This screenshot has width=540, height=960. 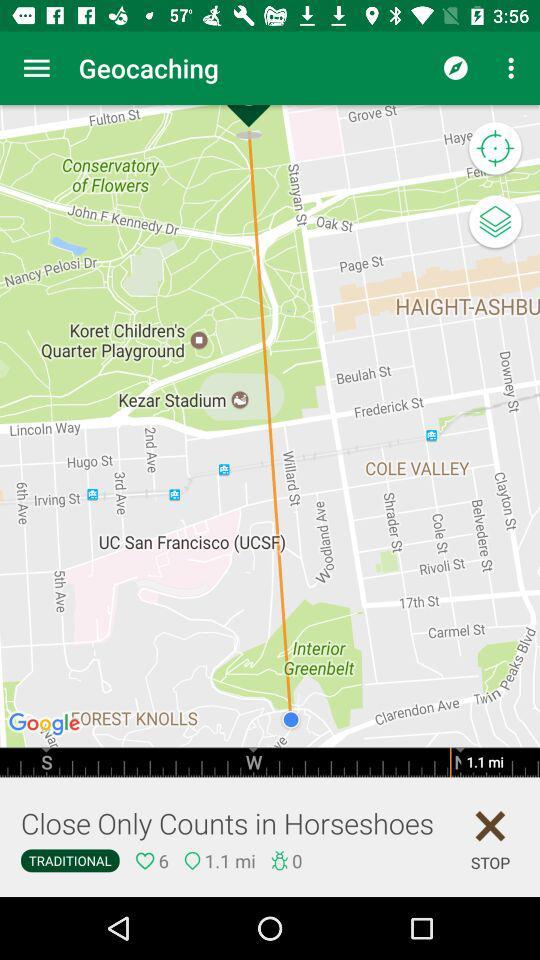 What do you see at coordinates (494, 223) in the screenshot?
I see `the layers icon` at bounding box center [494, 223].